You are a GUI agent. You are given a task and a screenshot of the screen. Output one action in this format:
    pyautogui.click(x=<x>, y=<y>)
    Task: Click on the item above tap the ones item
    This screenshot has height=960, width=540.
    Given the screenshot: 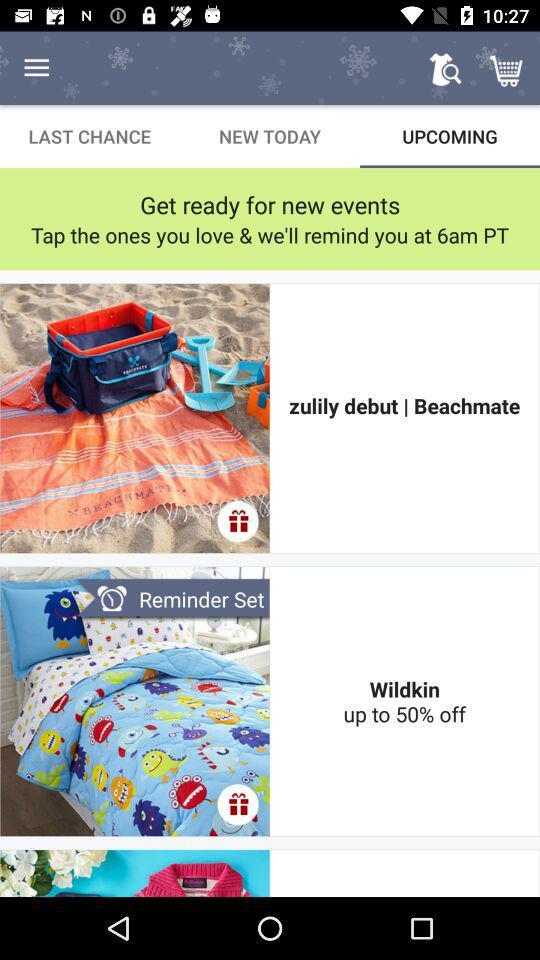 What is the action you would take?
    pyautogui.click(x=270, y=204)
    